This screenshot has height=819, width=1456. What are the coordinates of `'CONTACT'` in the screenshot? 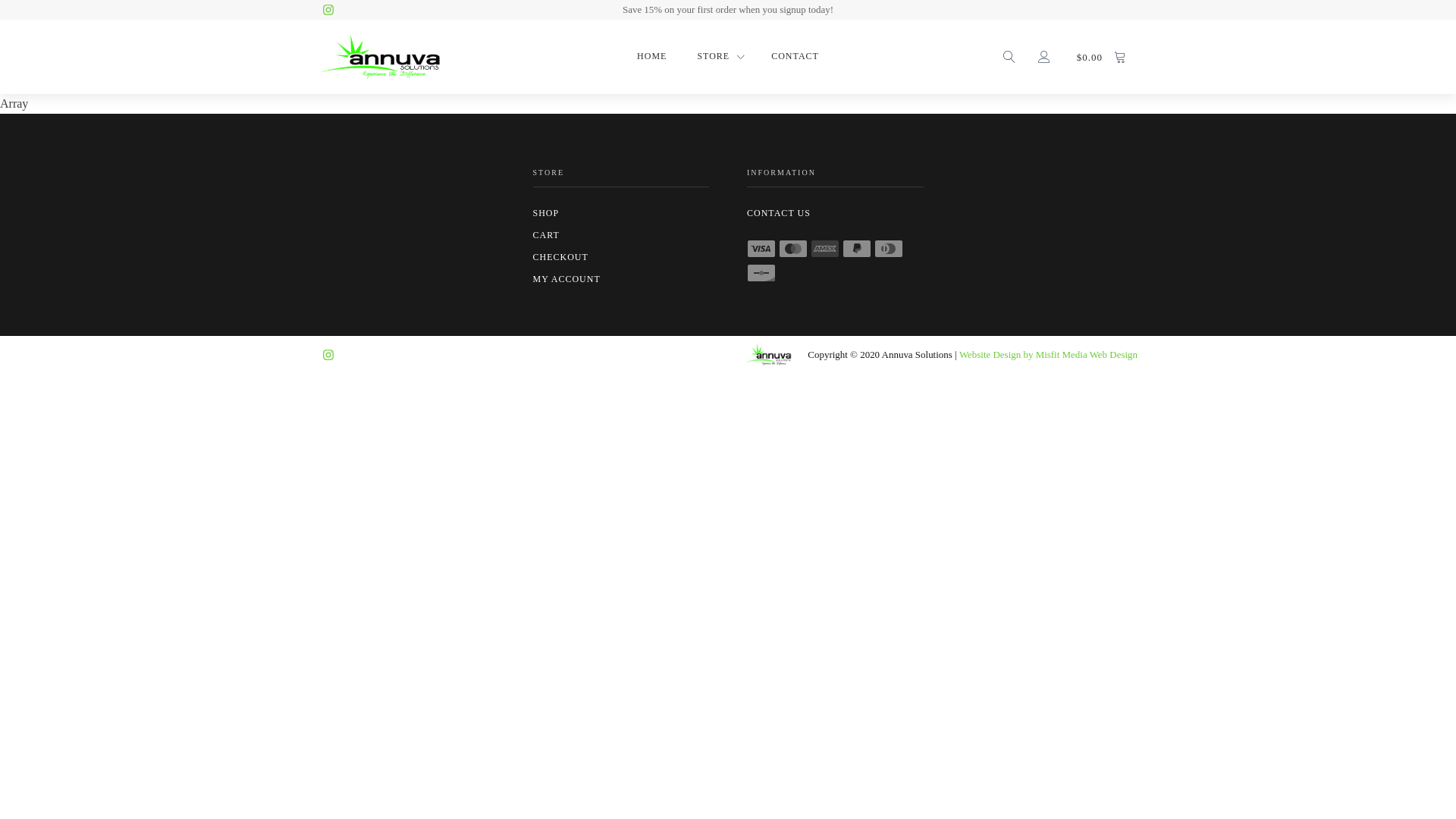 It's located at (794, 55).